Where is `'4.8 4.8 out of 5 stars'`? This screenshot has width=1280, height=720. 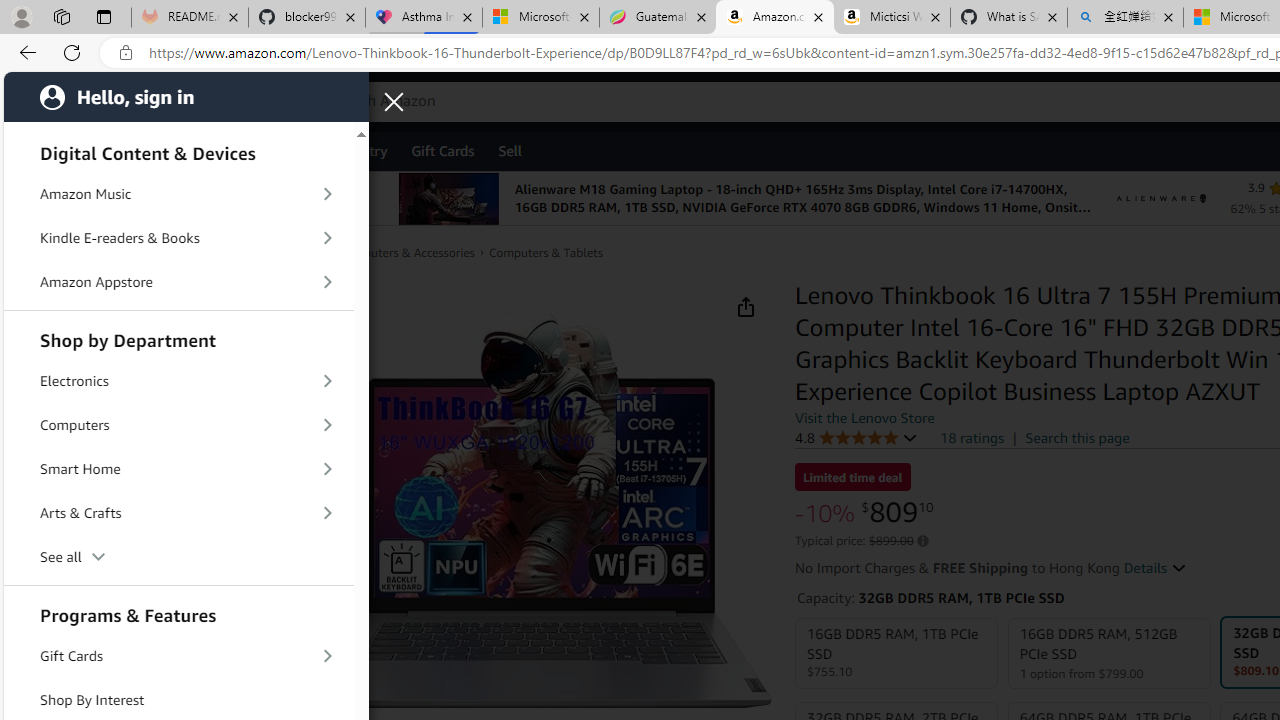 '4.8 4.8 out of 5 stars' is located at coordinates (856, 436).